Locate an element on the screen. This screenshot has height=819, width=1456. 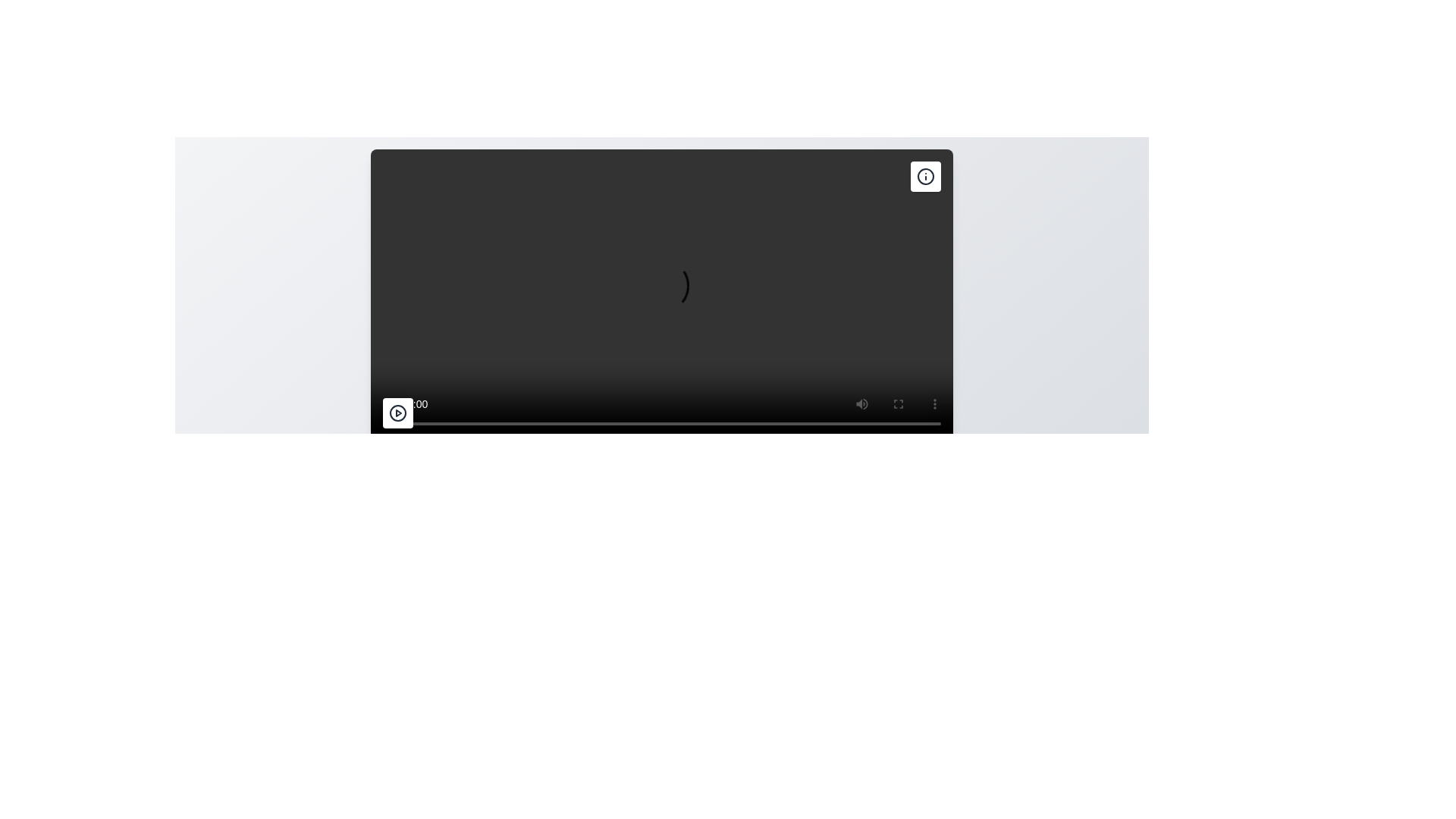
the Circle element within the SVG graphic, which serves as an 'info' icon located at the top-right corner of the interface is located at coordinates (924, 175).